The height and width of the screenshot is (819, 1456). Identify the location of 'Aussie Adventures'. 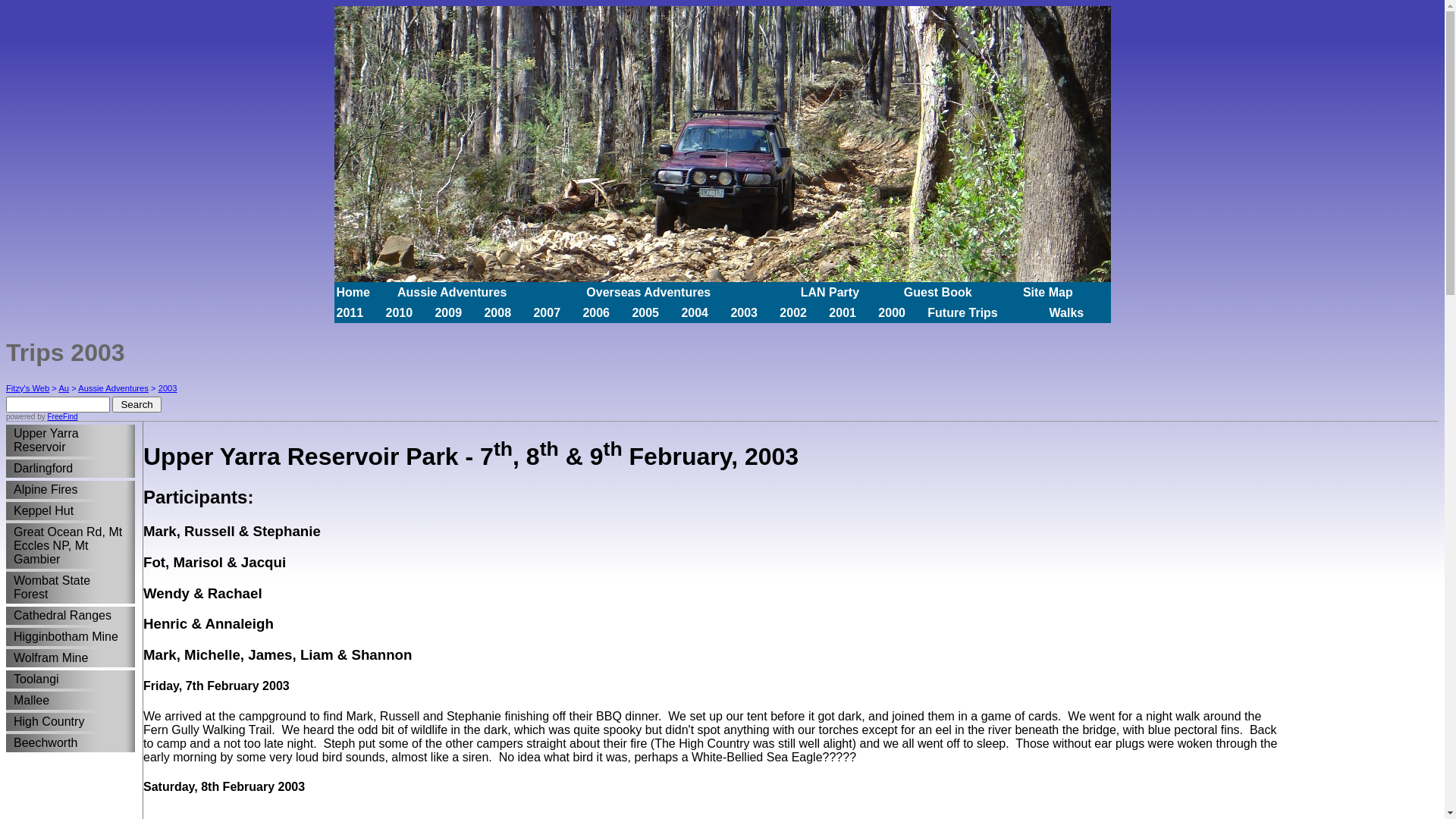
(450, 291).